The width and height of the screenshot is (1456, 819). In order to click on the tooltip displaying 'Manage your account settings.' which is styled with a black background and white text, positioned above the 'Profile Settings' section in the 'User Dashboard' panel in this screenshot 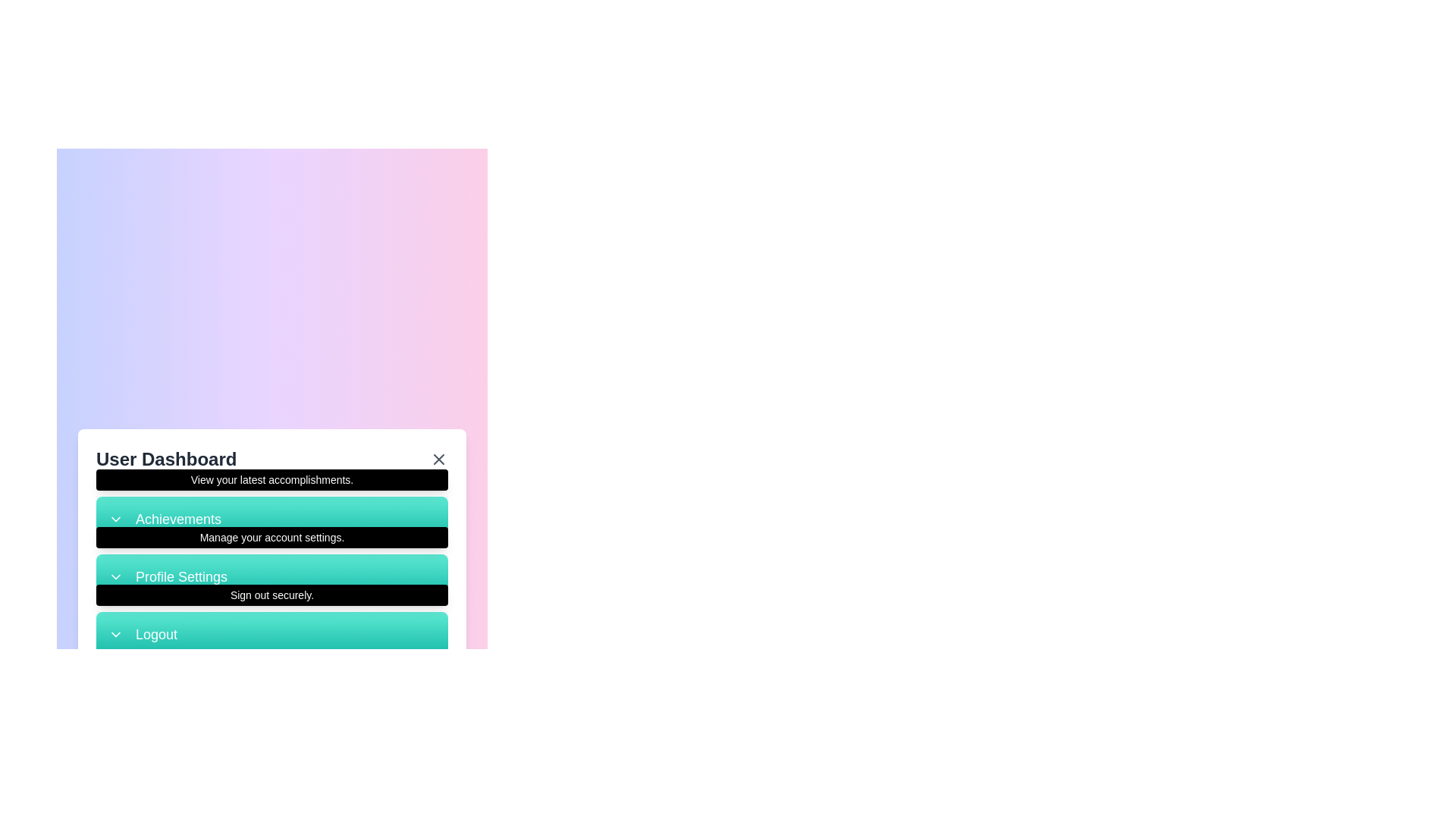, I will do `click(272, 536)`.